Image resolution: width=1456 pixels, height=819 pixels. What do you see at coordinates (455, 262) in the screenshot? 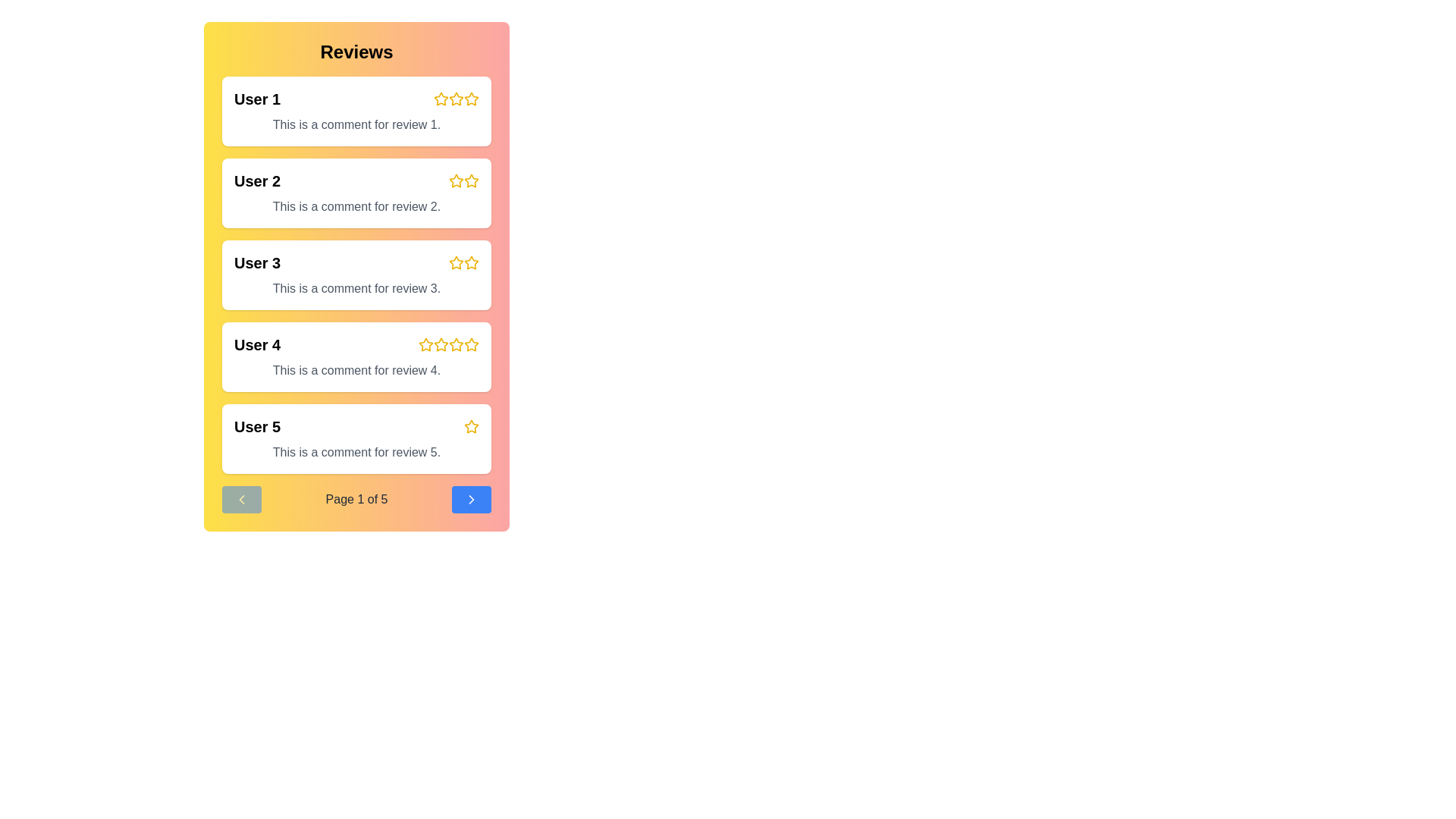
I see `the third star icon in the star rating section of 'User 3's review, which is a stylized star with a yellow outline and white fill, indicating a rating` at bounding box center [455, 262].